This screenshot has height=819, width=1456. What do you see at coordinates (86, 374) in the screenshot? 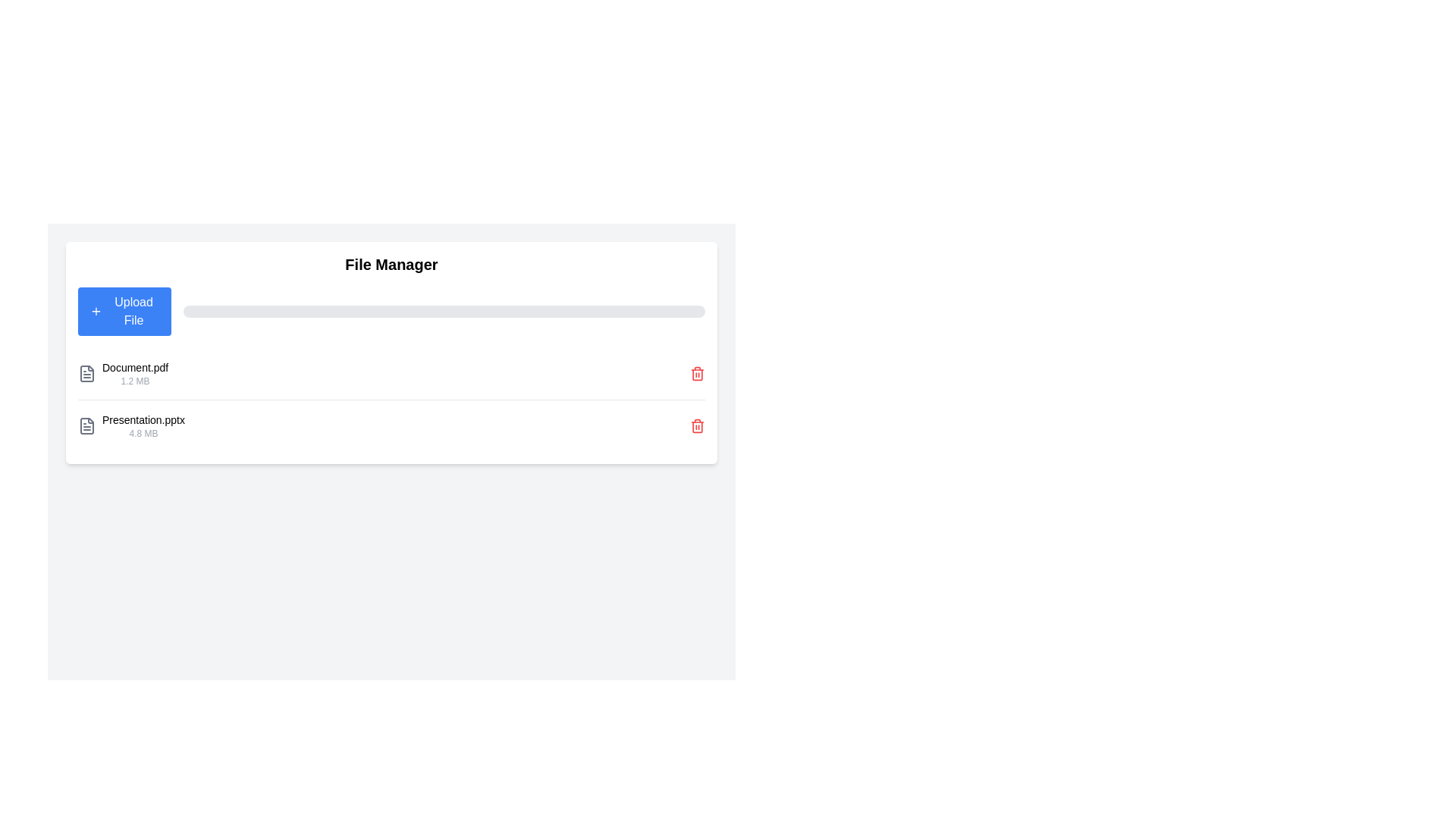
I see `the document shape of the file icon within the SVG component, which serves as part of the composite icon representing a file or document` at bounding box center [86, 374].